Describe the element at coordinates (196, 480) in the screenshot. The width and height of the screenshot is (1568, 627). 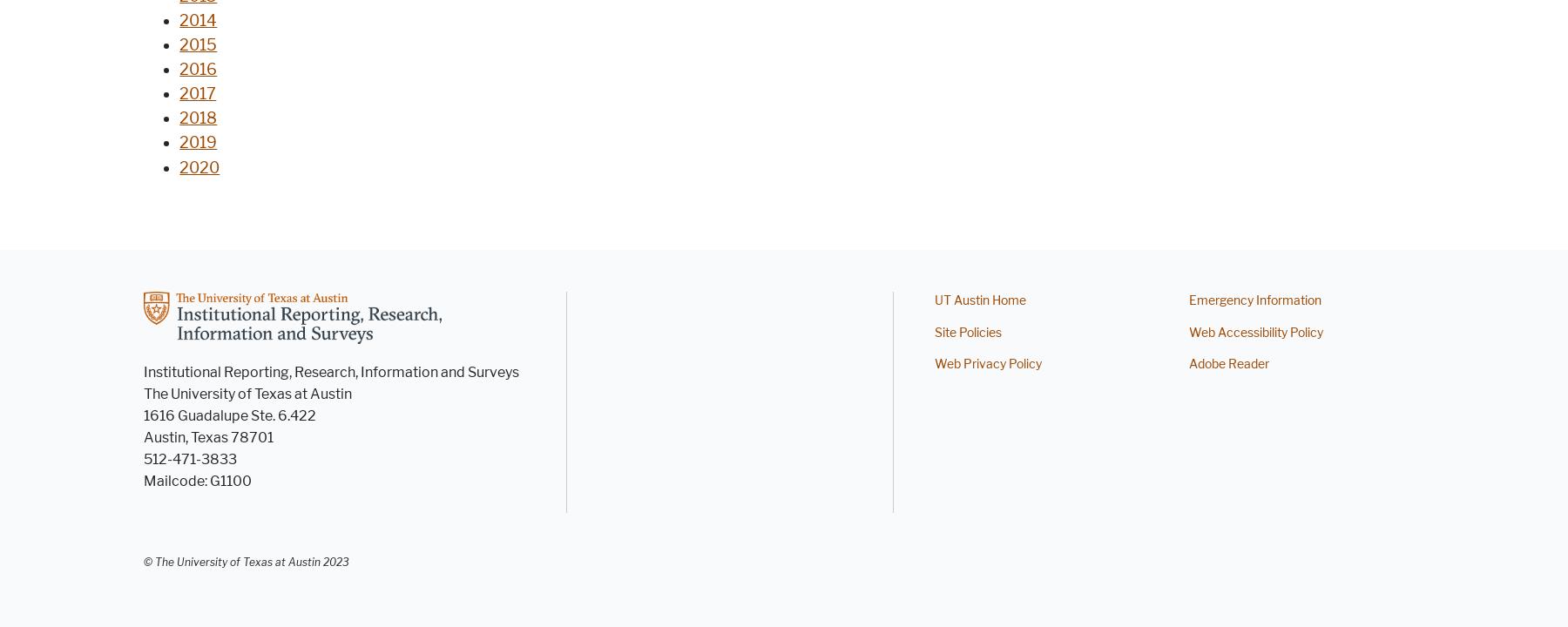
I see `'Mailcode: G1100'` at that location.